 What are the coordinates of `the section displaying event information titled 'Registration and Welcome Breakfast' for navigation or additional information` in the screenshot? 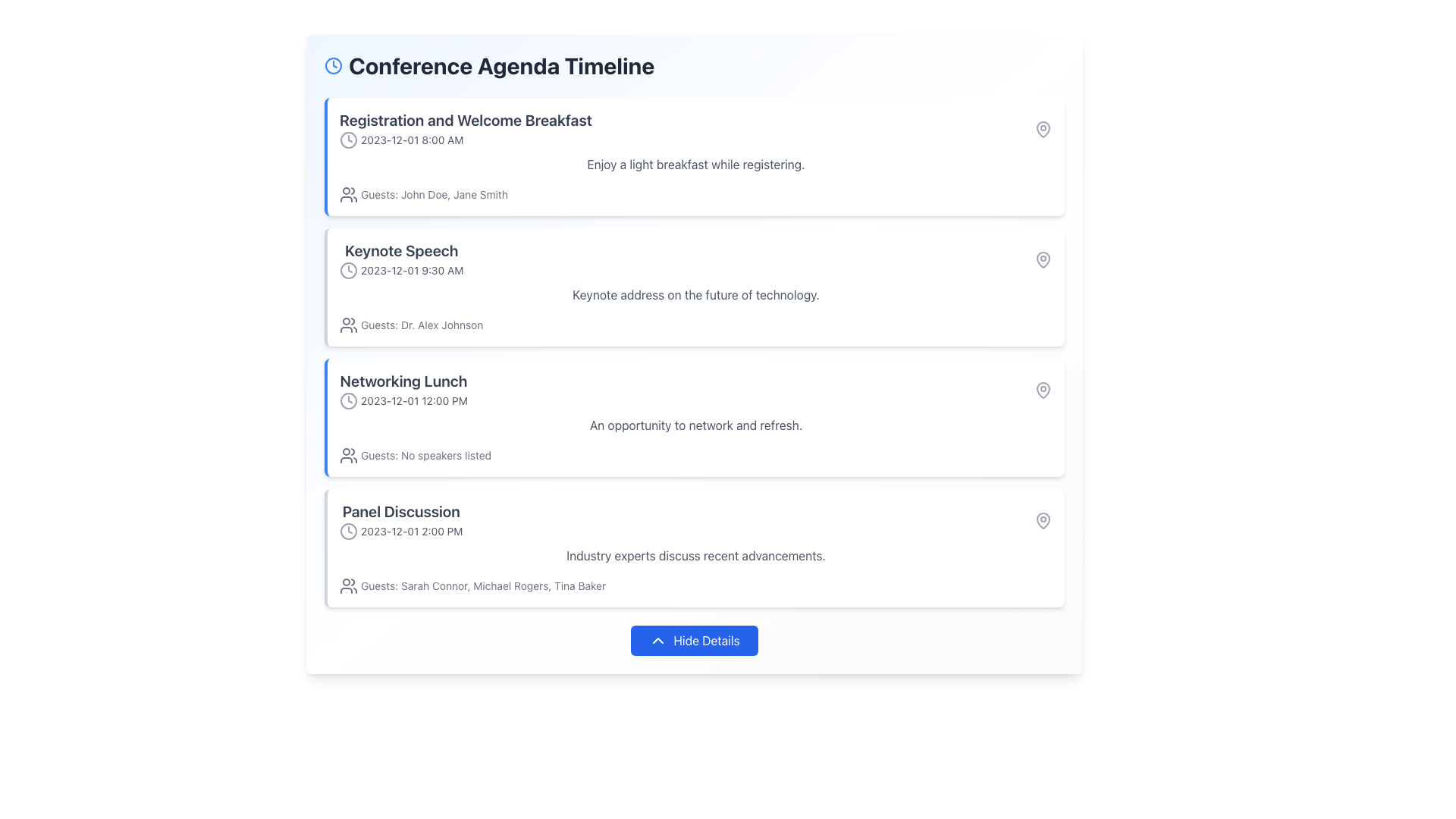 It's located at (695, 128).